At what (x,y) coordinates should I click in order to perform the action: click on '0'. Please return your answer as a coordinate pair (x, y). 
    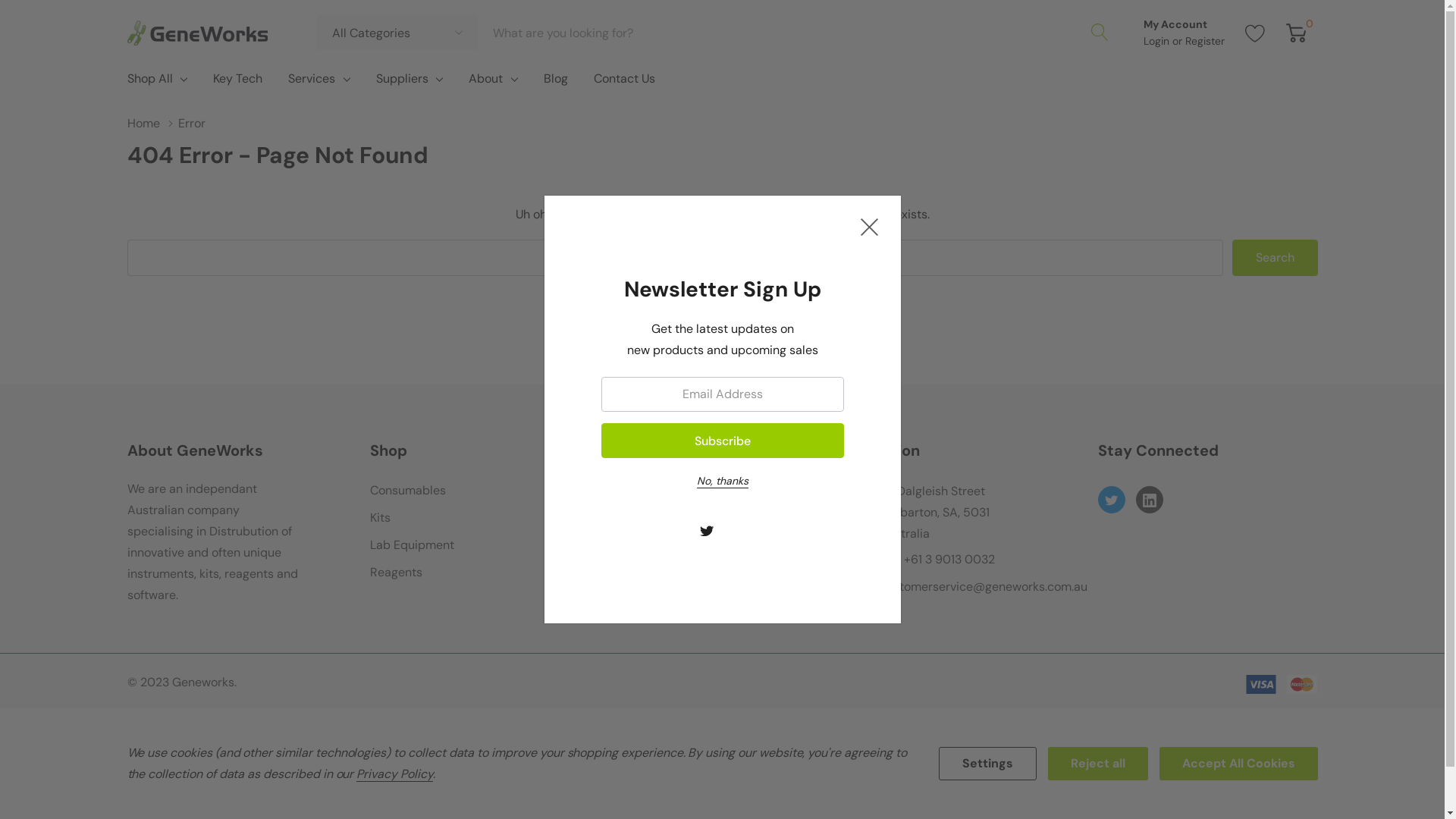
    Looking at the image, I should click on (1285, 32).